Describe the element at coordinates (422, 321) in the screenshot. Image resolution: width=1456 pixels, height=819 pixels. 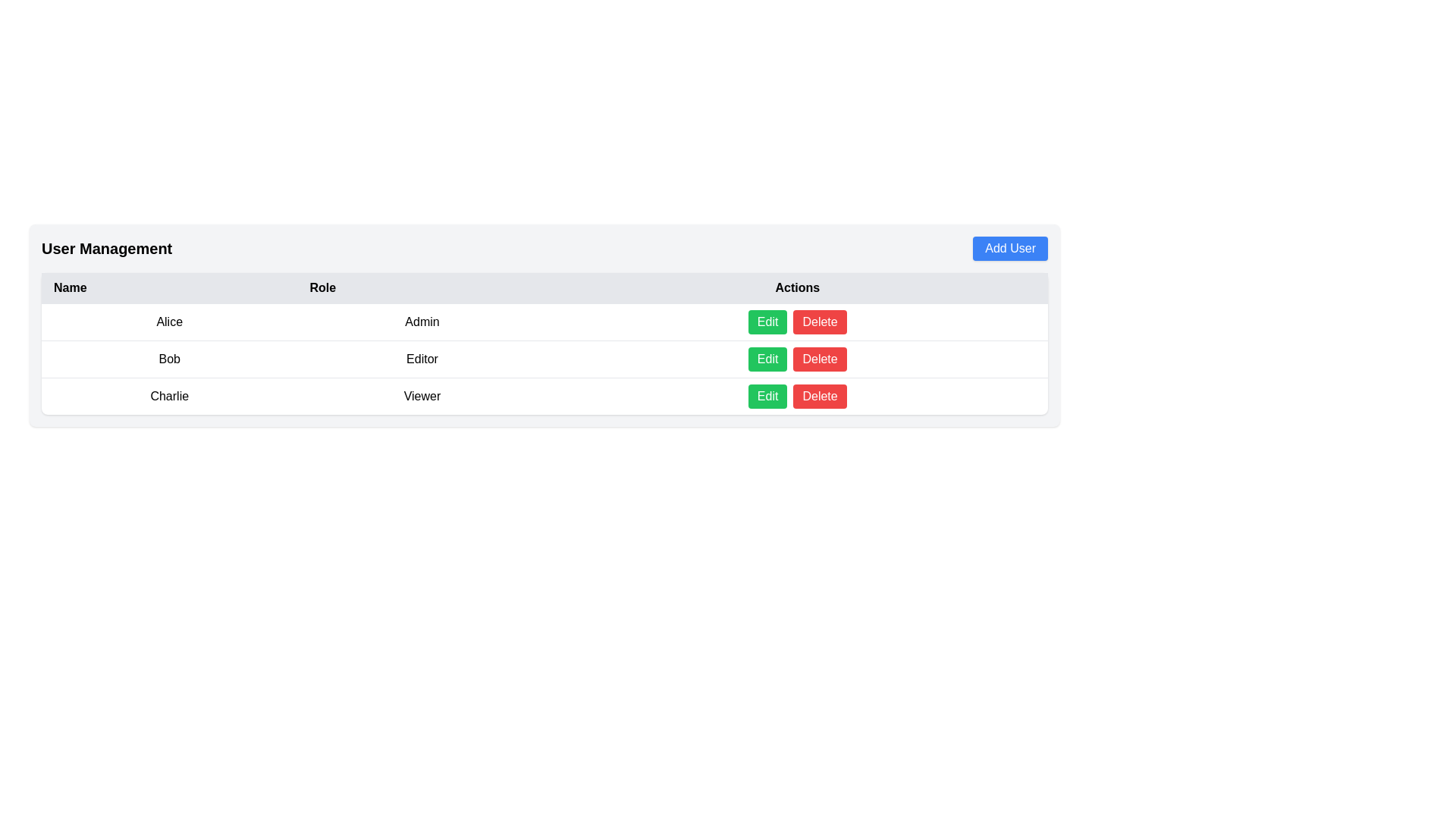
I see `the text label that identifies the role of user 'Alice' in the user management table, located in the second column of the first row` at that location.